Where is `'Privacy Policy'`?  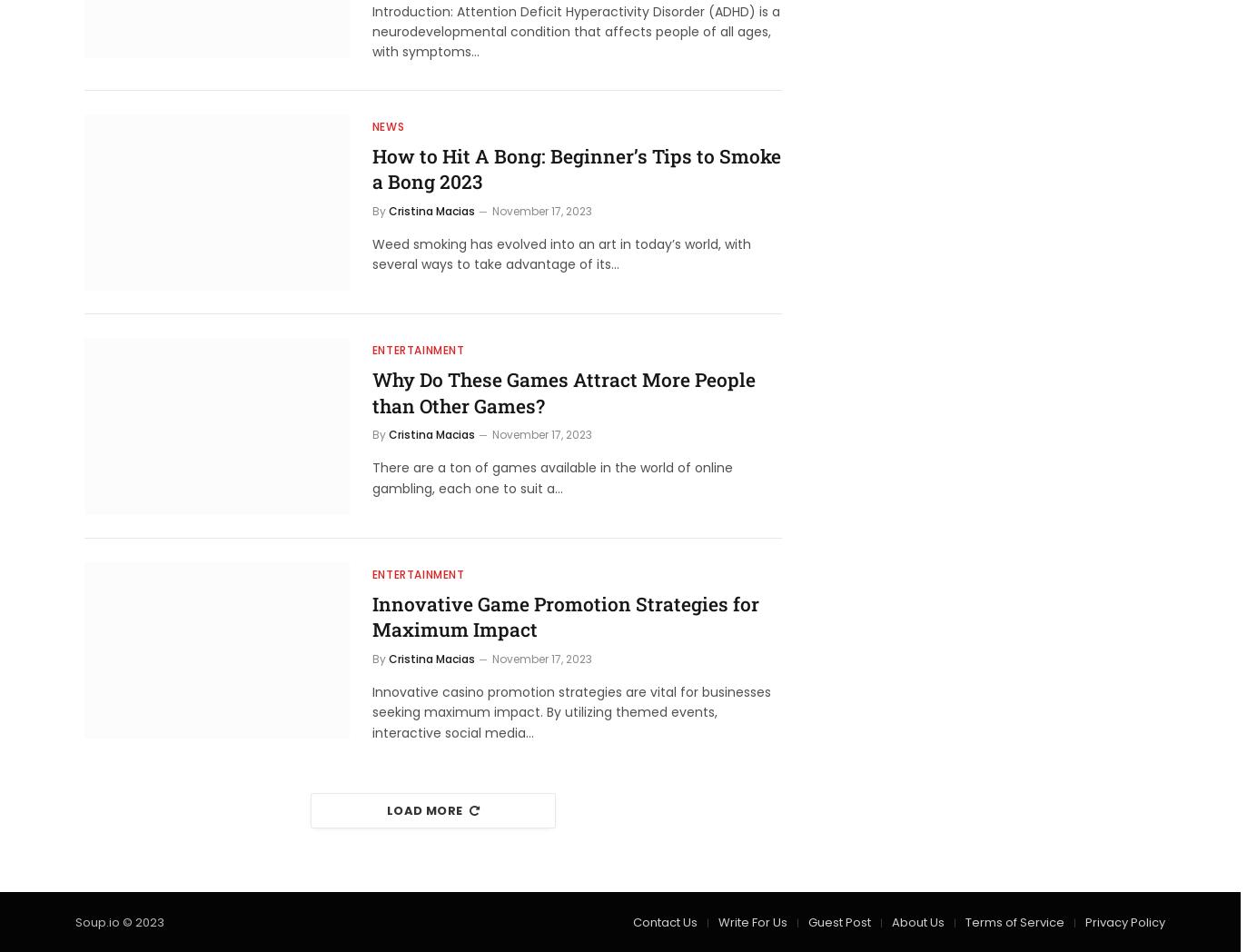 'Privacy Policy' is located at coordinates (1084, 922).